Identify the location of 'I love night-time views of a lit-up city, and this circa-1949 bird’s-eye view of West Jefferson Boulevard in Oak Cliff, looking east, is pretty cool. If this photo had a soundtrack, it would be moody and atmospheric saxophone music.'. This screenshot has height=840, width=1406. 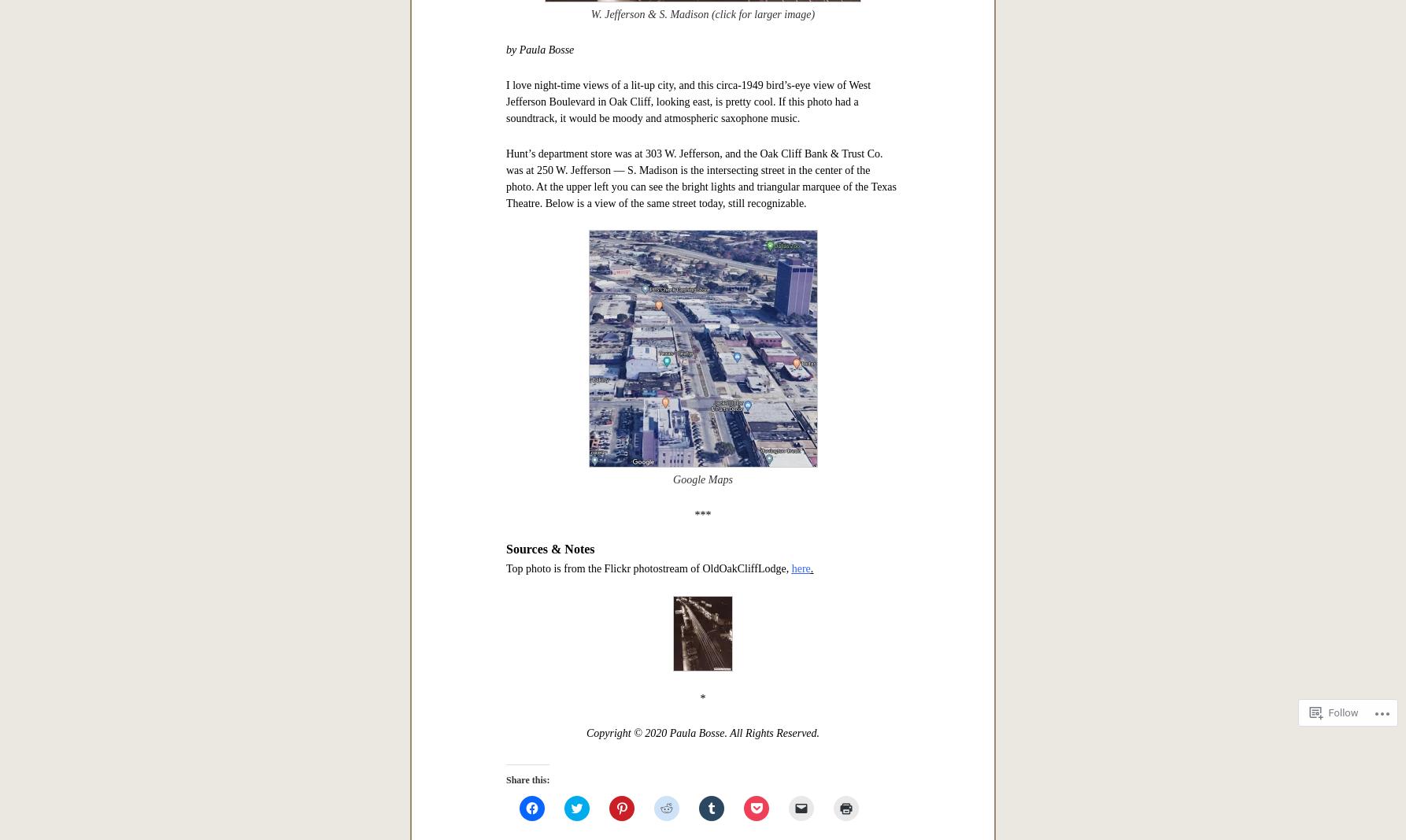
(687, 100).